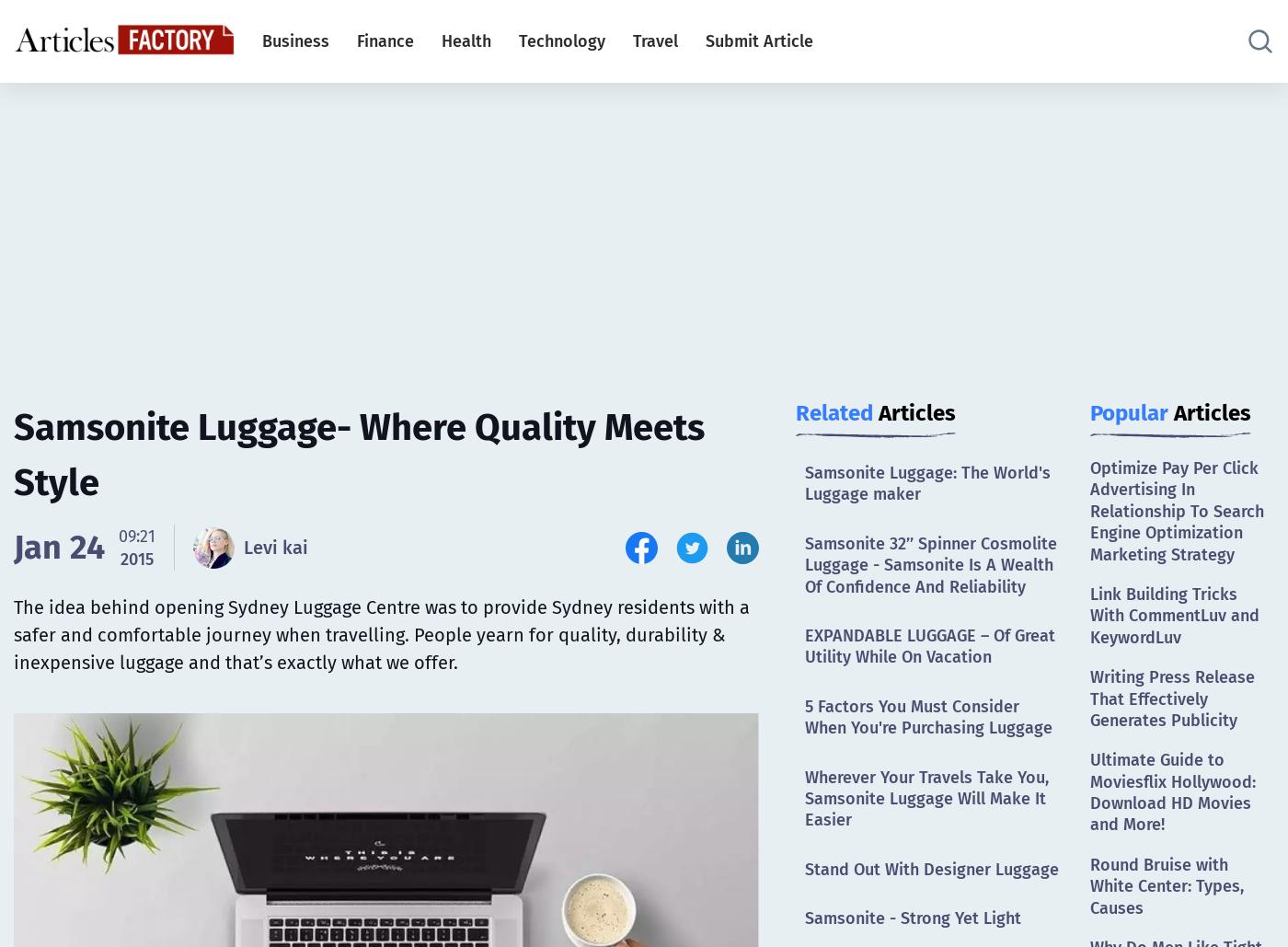  What do you see at coordinates (13, 634) in the screenshot?
I see `'The idea behind opening Sydney Luggage Centre was to provide Sydney residents with a safer and comfortable journey when travelling. People yearn for quality, durability & inexpensive luggage and that’s exactly what we offer.'` at bounding box center [13, 634].